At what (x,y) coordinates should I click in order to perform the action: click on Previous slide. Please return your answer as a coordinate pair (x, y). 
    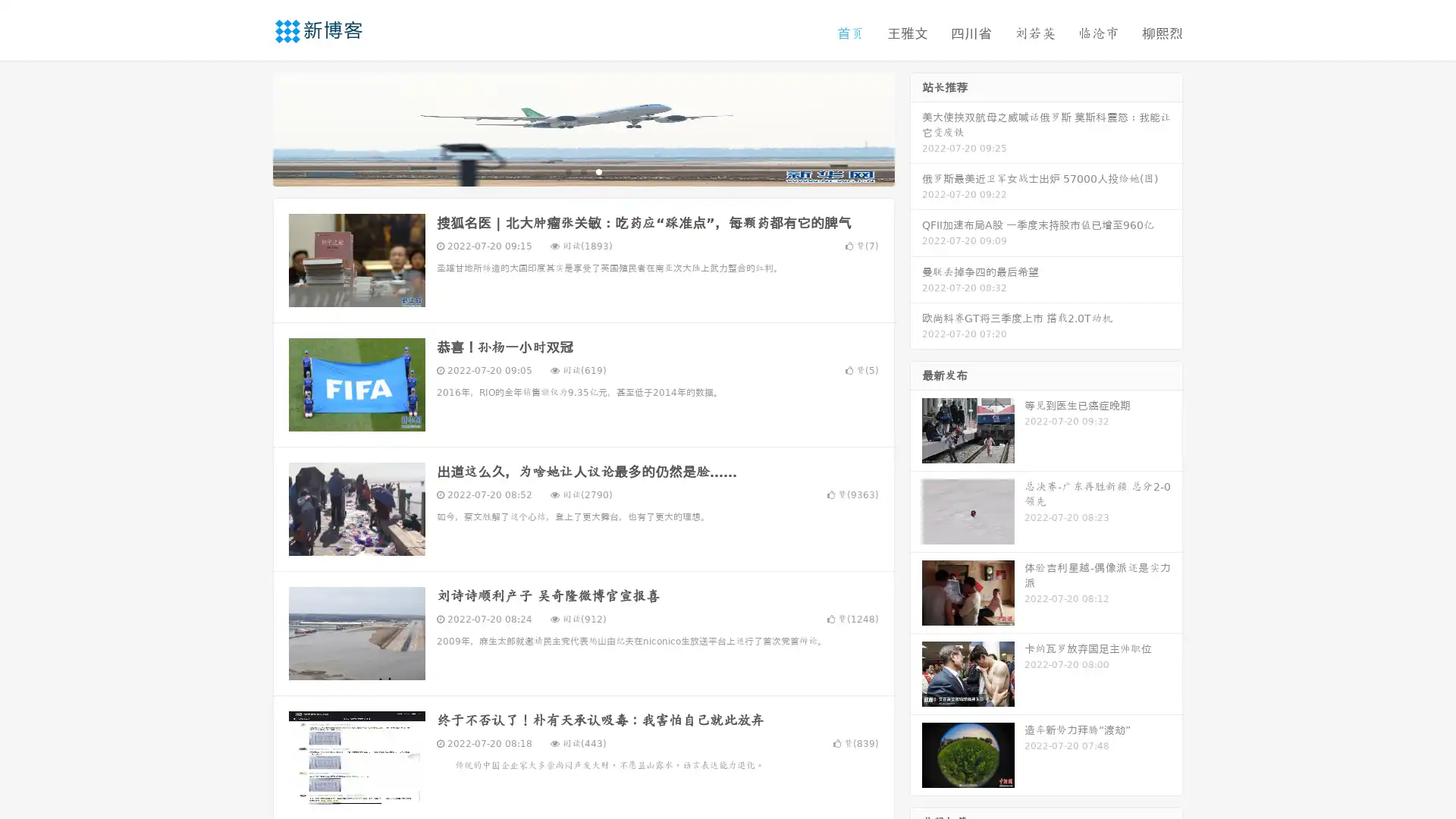
    Looking at the image, I should click on (250, 127).